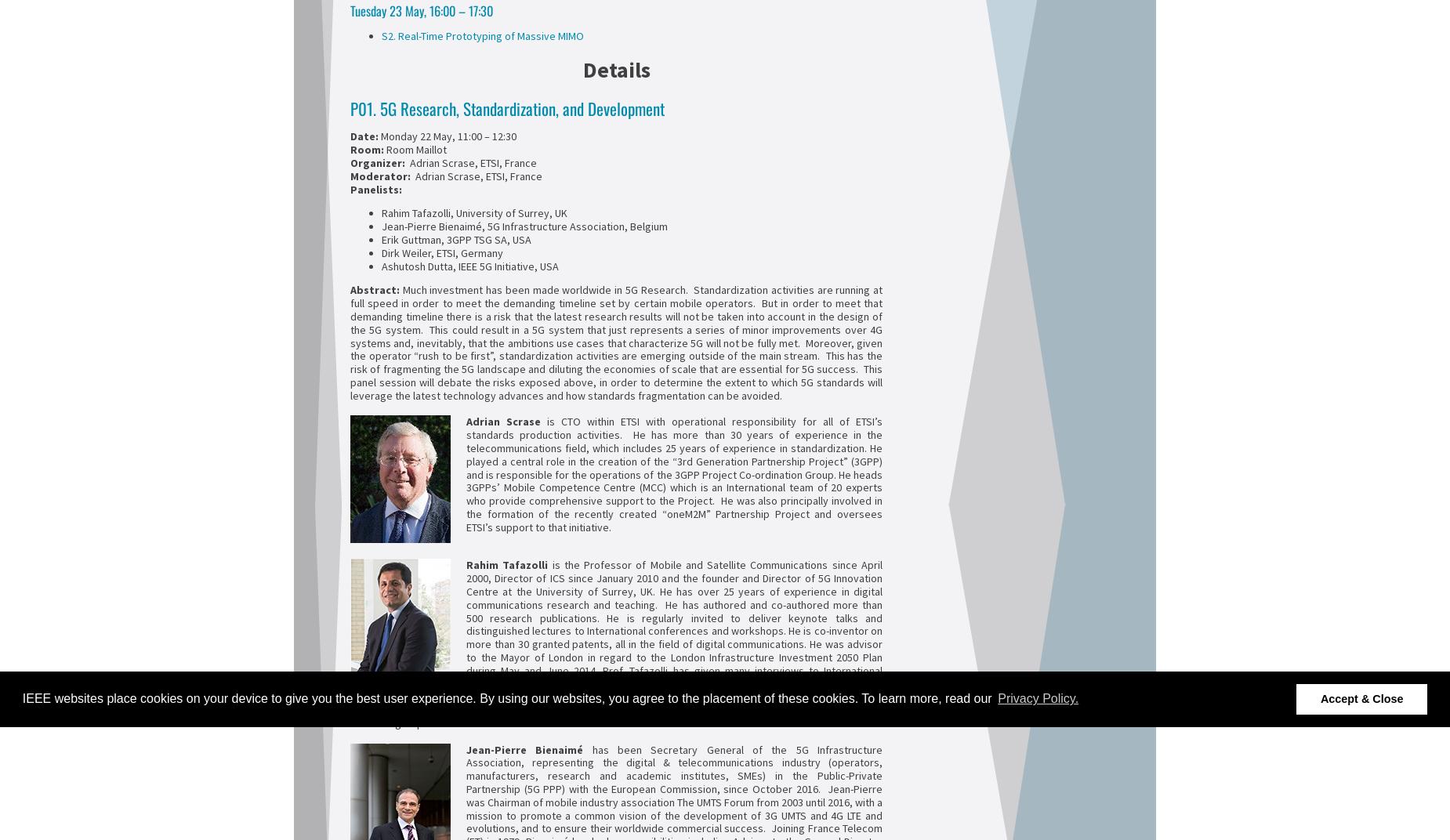 Image resolution: width=1450 pixels, height=840 pixels. What do you see at coordinates (469, 265) in the screenshot?
I see `'Ashutosh Dutta, IEEE 5G Initiative, USA'` at bounding box center [469, 265].